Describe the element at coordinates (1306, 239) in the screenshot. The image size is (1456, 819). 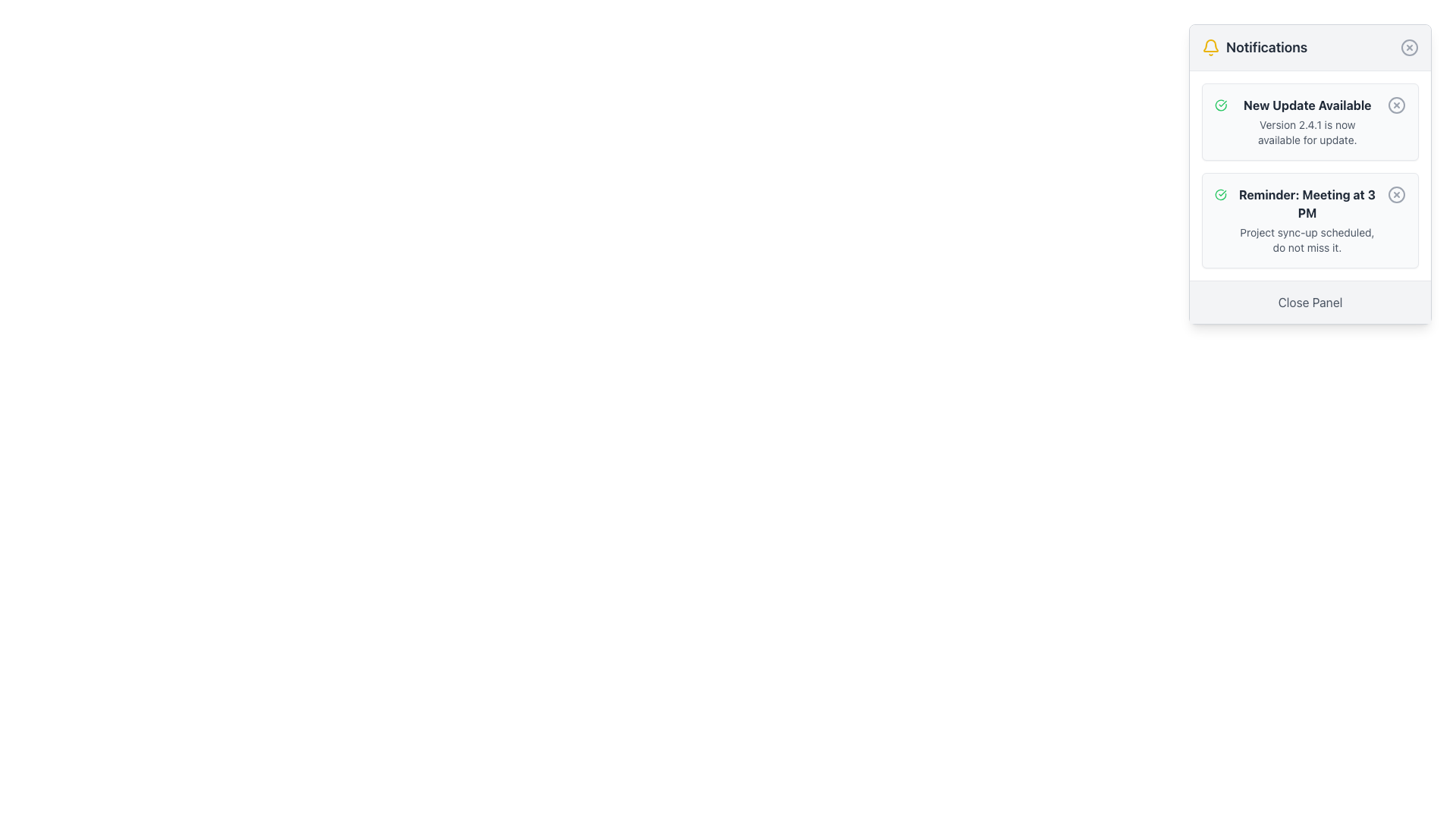
I see `the text element displaying 'Project sync-up scheduled, do not miss it.' which is located beneath the heading 'Reminder: Meeting at 3 PM' in the notification card` at that location.